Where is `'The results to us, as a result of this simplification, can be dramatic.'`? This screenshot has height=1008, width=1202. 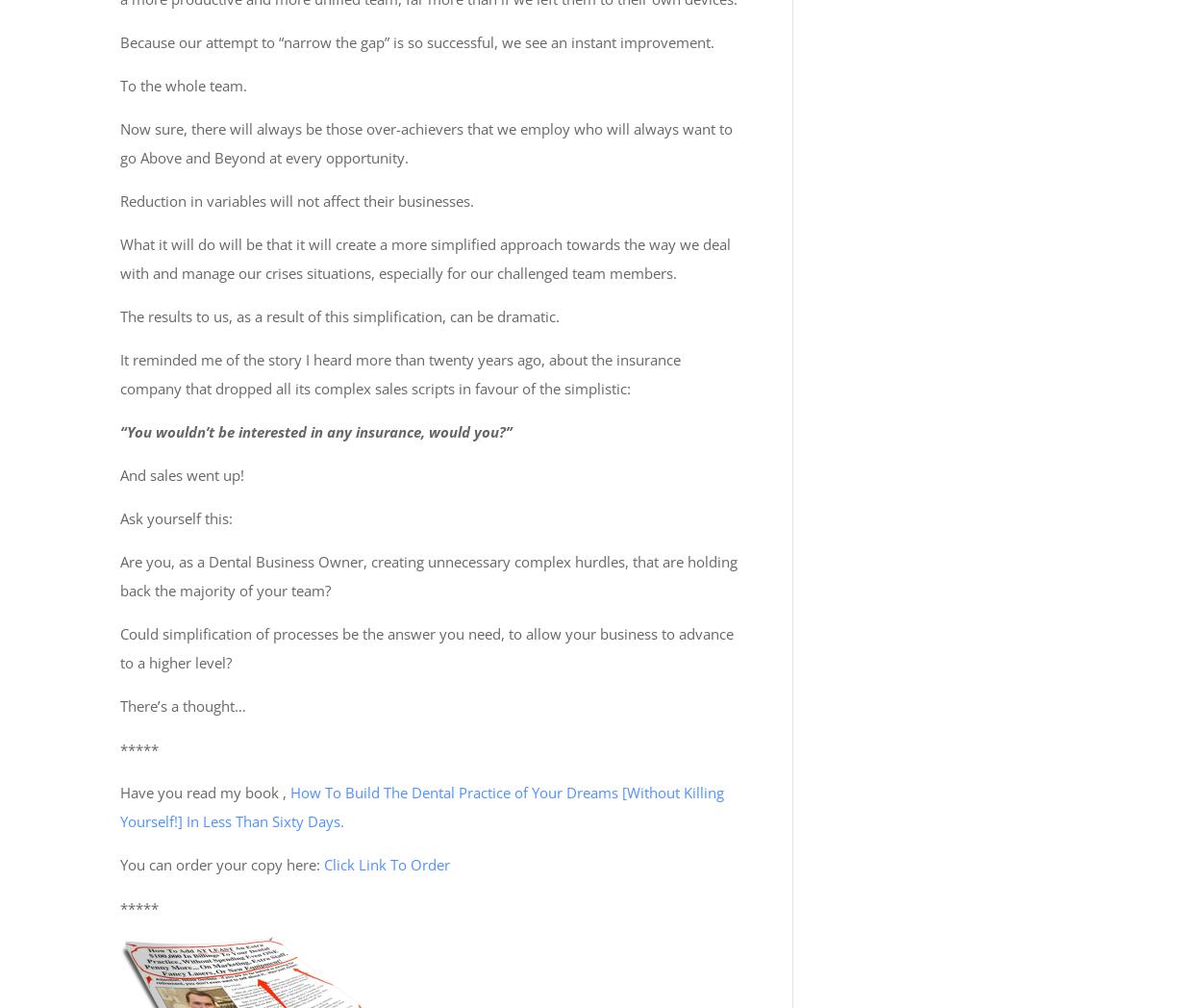 'The results to us, as a result of this simplification, can be dramatic.' is located at coordinates (338, 315).